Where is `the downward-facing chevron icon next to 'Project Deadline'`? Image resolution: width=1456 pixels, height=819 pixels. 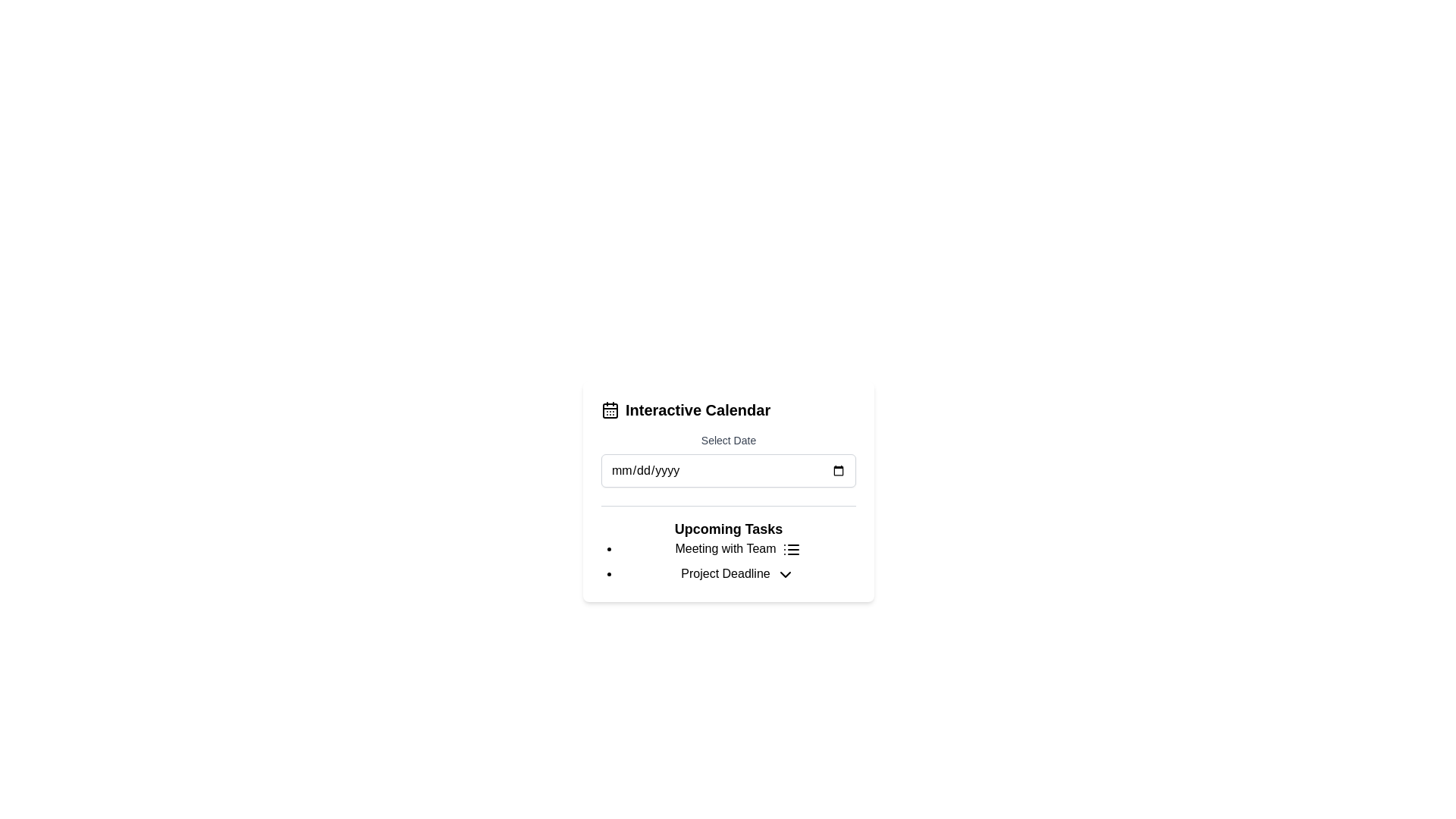 the downward-facing chevron icon next to 'Project Deadline' is located at coordinates (785, 574).